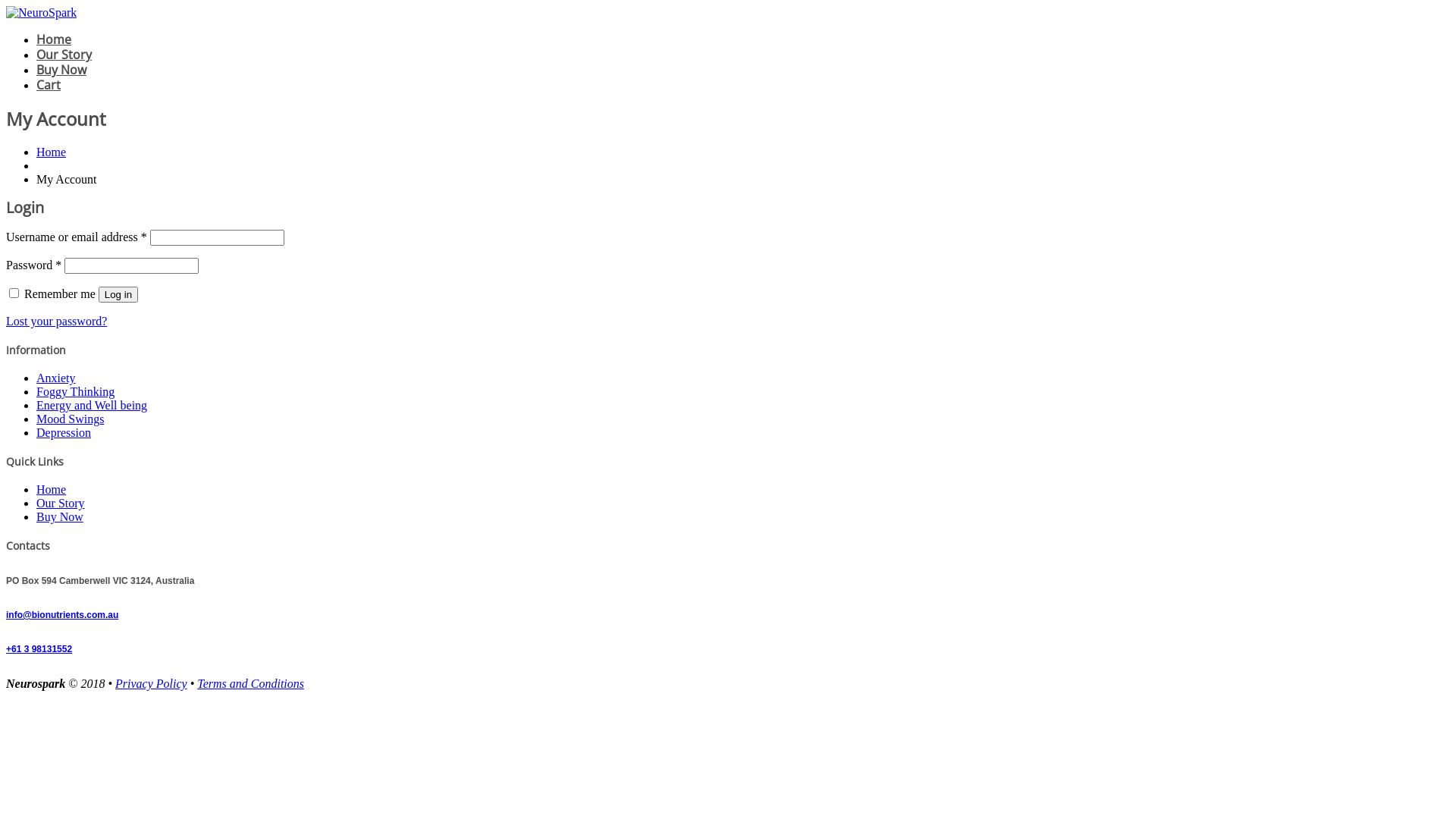 Image resolution: width=1456 pixels, height=819 pixels. Describe the element at coordinates (117, 294) in the screenshot. I see `'Log in'` at that location.